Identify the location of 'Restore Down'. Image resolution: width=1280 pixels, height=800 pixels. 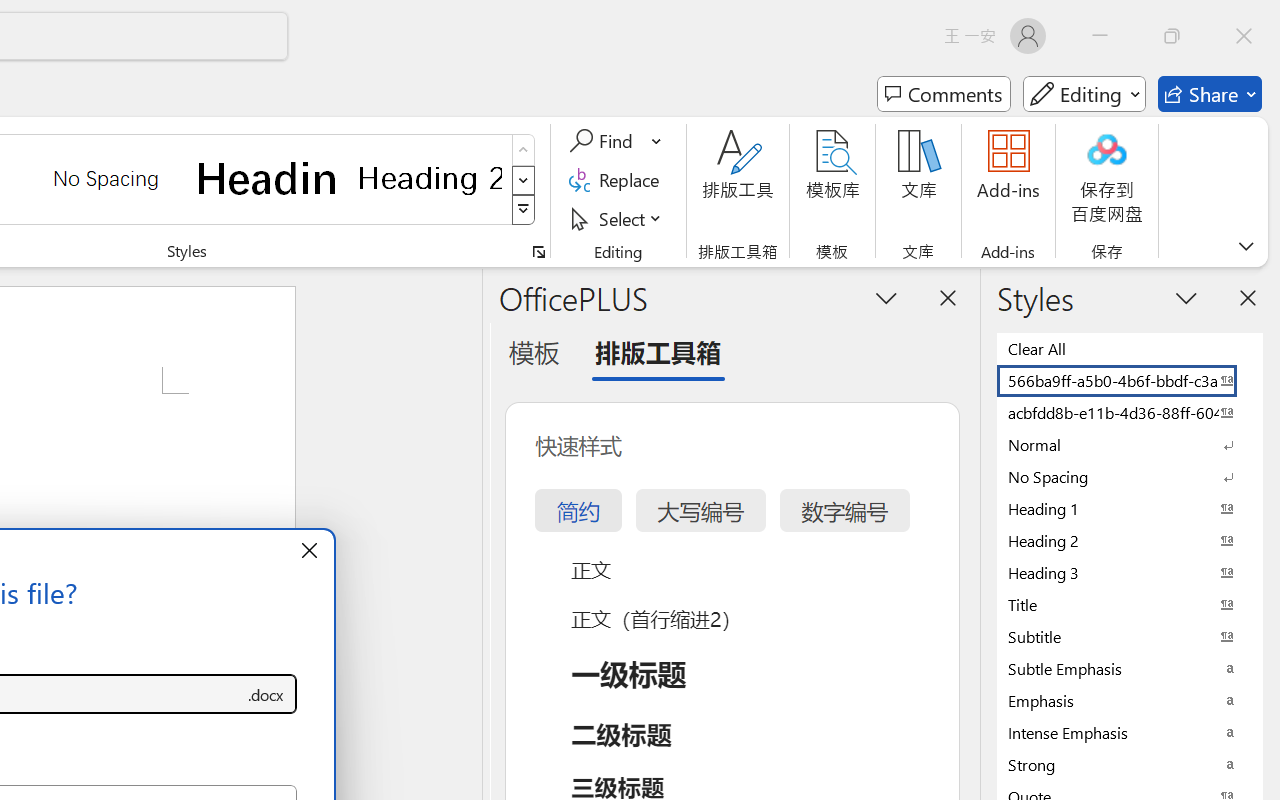
(1172, 35).